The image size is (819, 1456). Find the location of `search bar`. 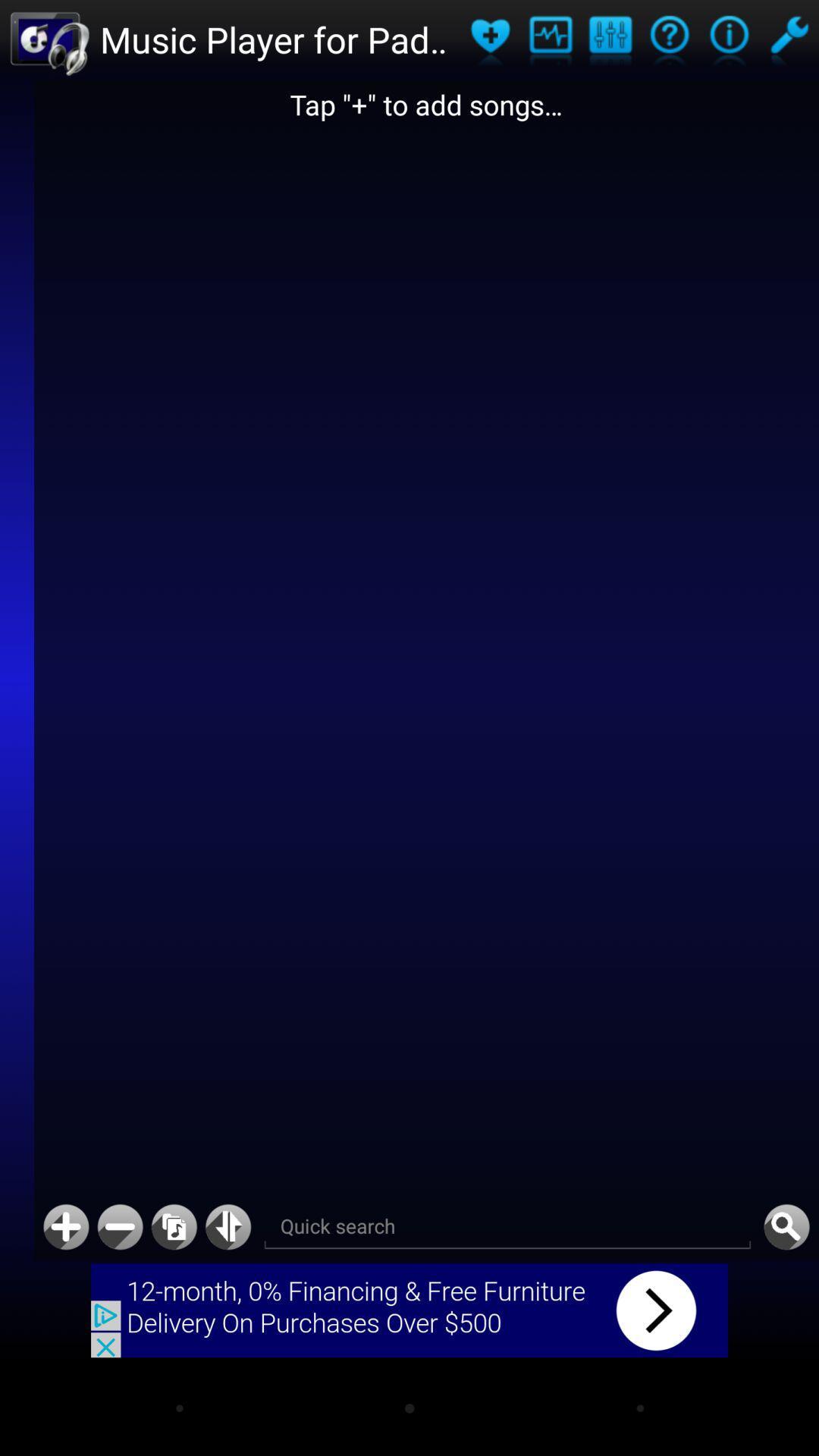

search bar is located at coordinates (507, 1227).